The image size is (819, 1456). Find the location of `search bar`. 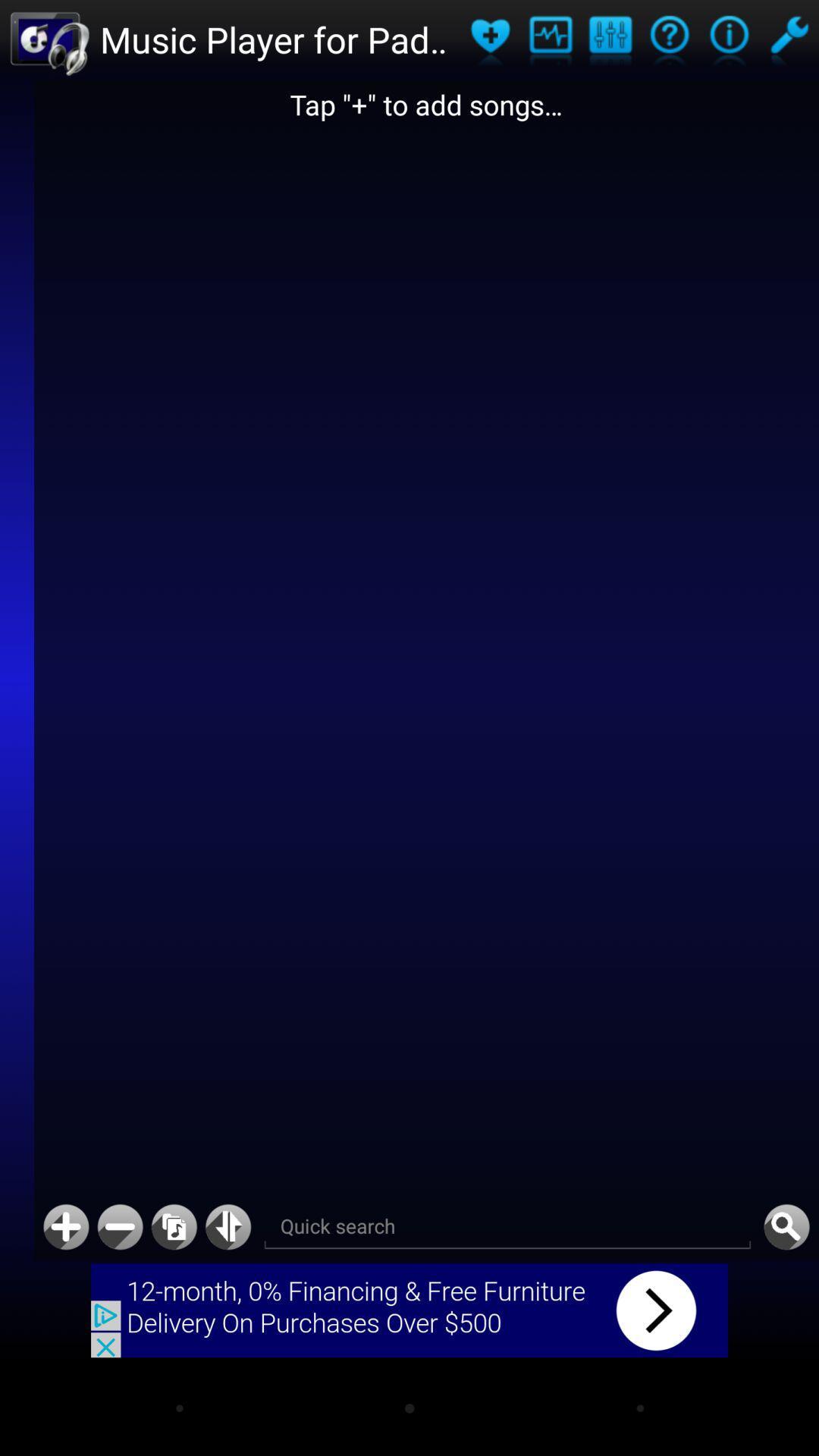

search bar is located at coordinates (507, 1227).